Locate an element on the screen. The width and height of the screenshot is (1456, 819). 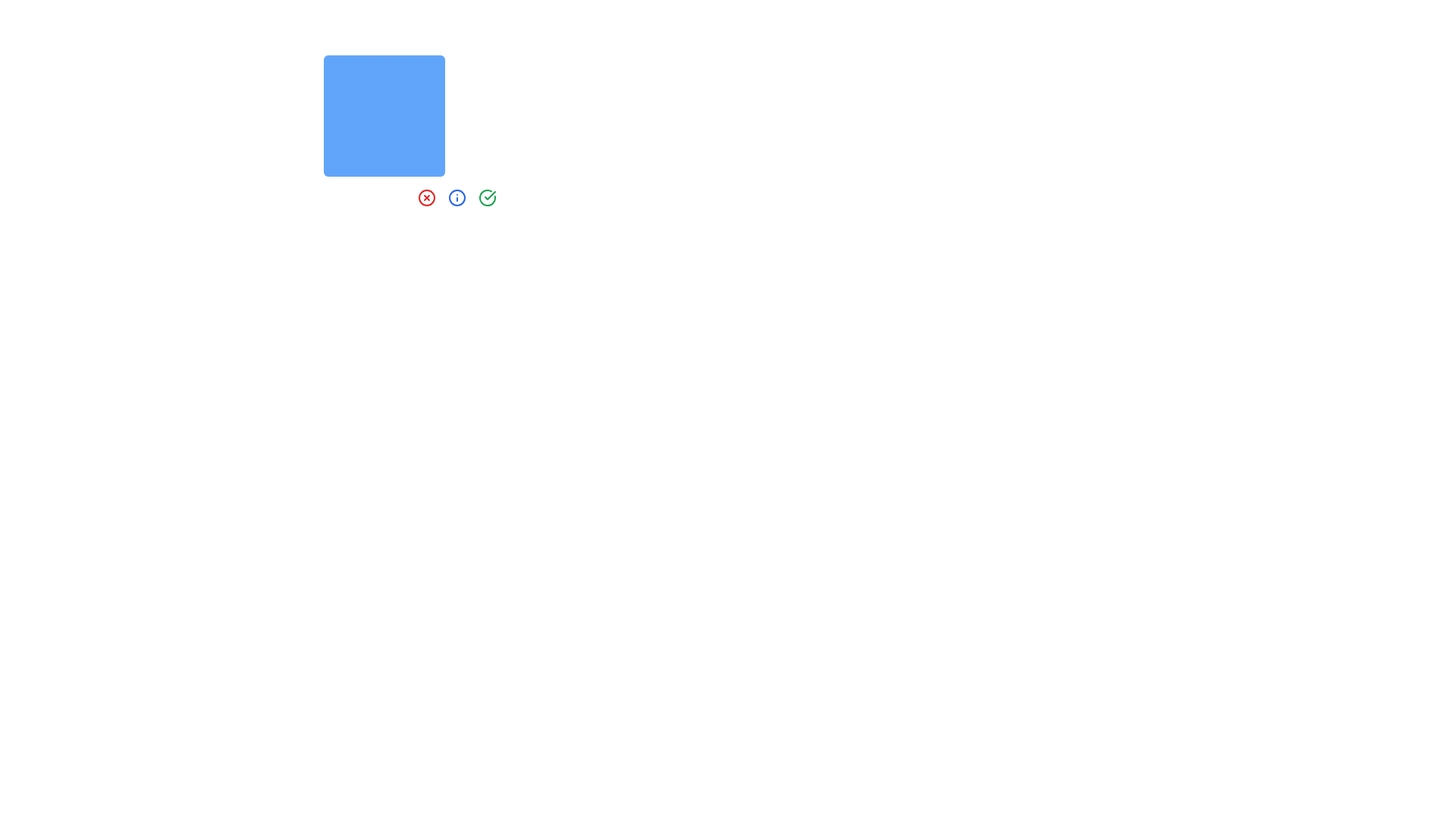
the circular SVG element with a red border and transparent fill, located in the bottom-left corner of the icon cluster is located at coordinates (425, 197).